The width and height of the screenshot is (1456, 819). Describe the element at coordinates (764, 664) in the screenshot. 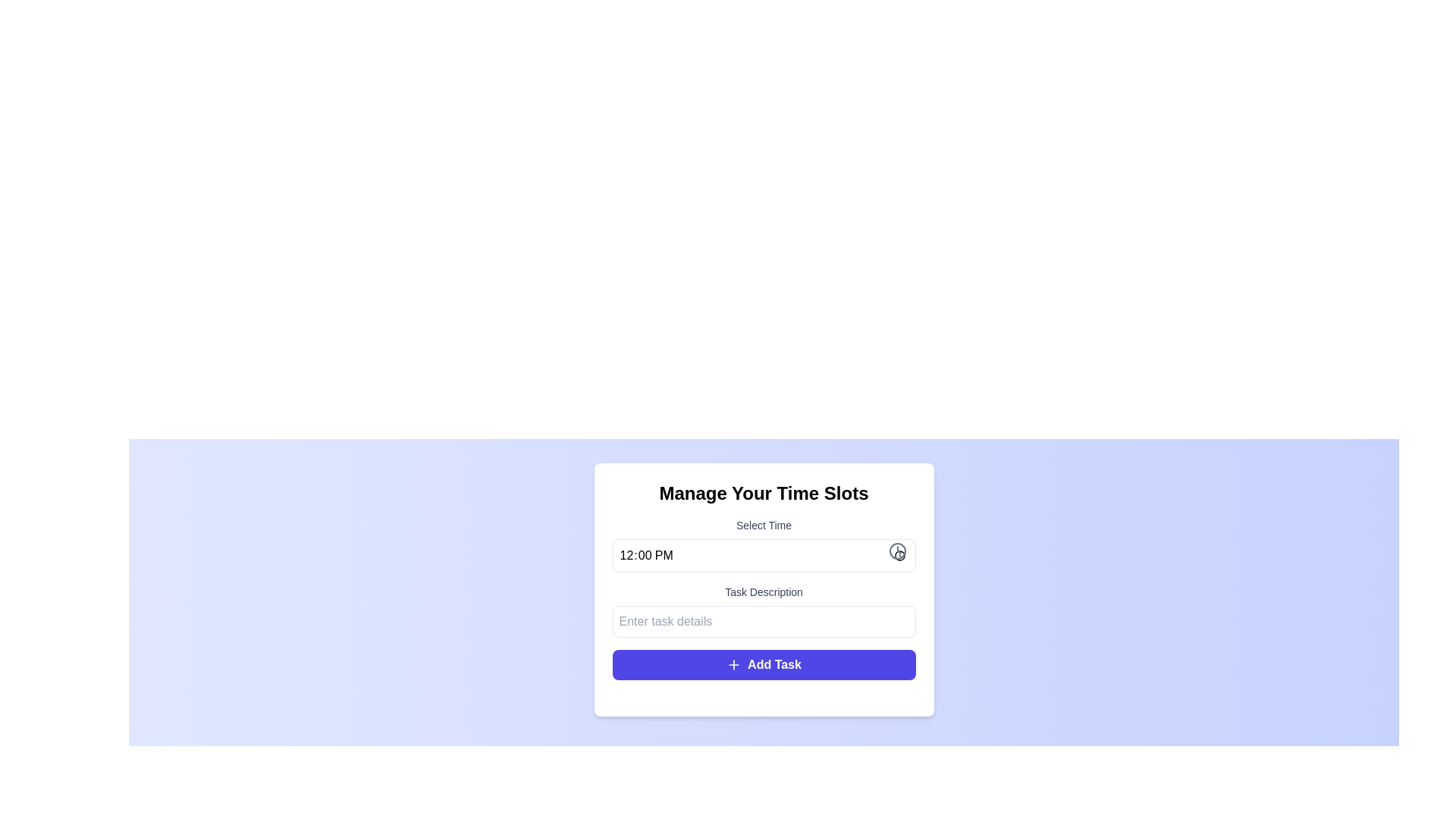

I see `the 'Add Task' button located at the bottom of the 'Manage Your Time Slots' panel` at that location.